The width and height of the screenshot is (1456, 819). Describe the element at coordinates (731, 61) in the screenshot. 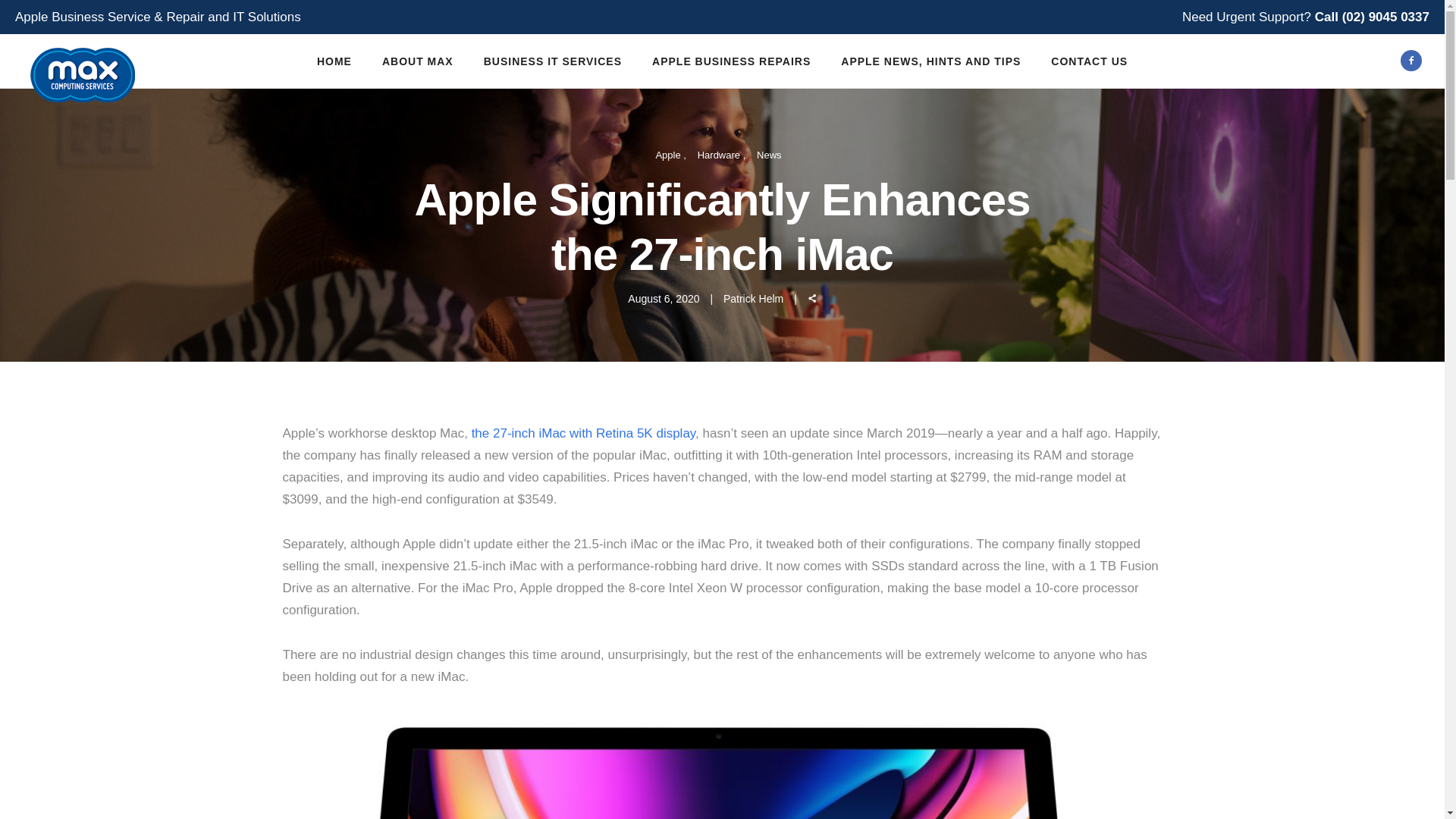

I see `'APPLE BUSINESS REPAIRS'` at that location.